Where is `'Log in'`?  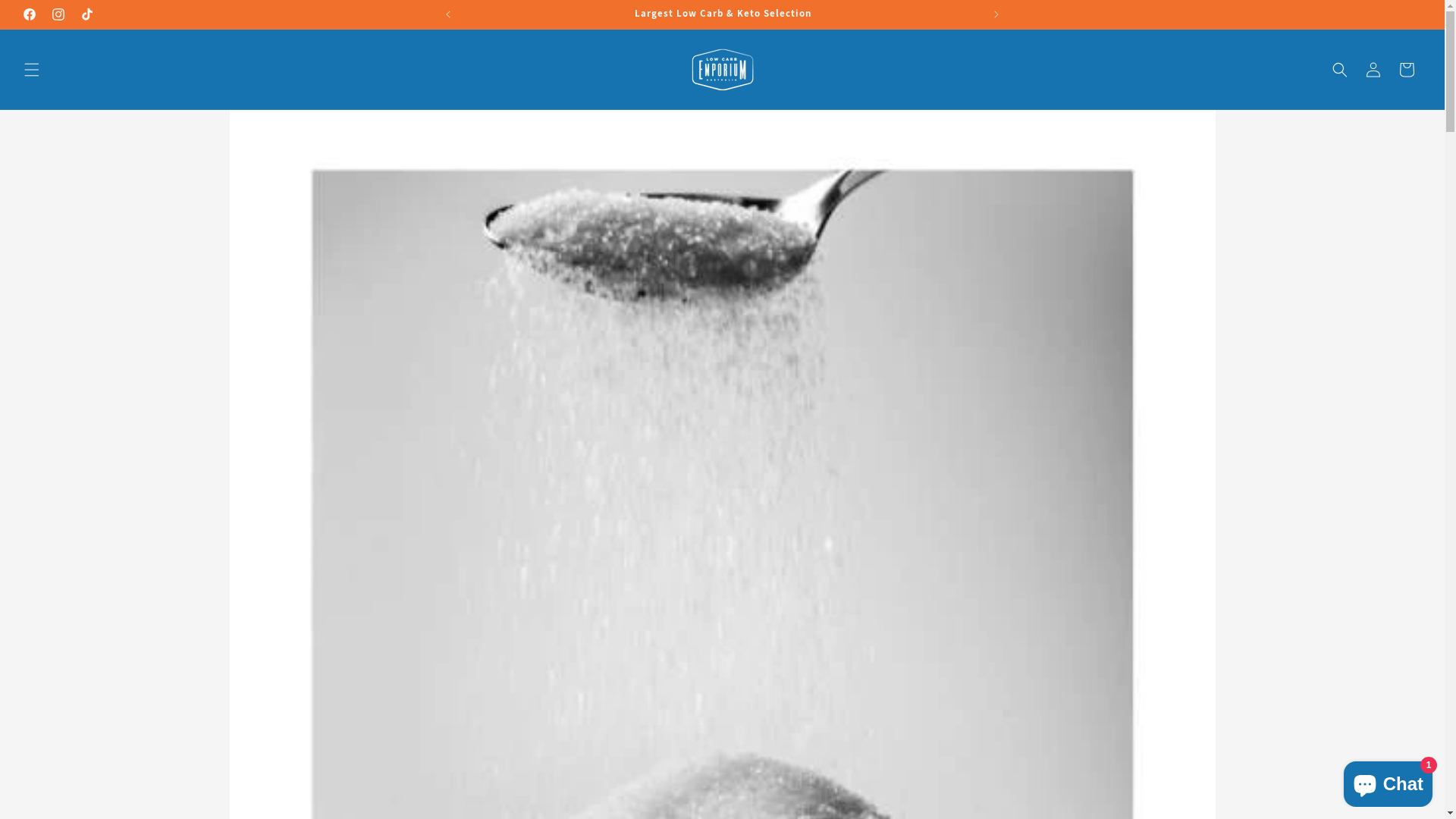
'Log in' is located at coordinates (1373, 70).